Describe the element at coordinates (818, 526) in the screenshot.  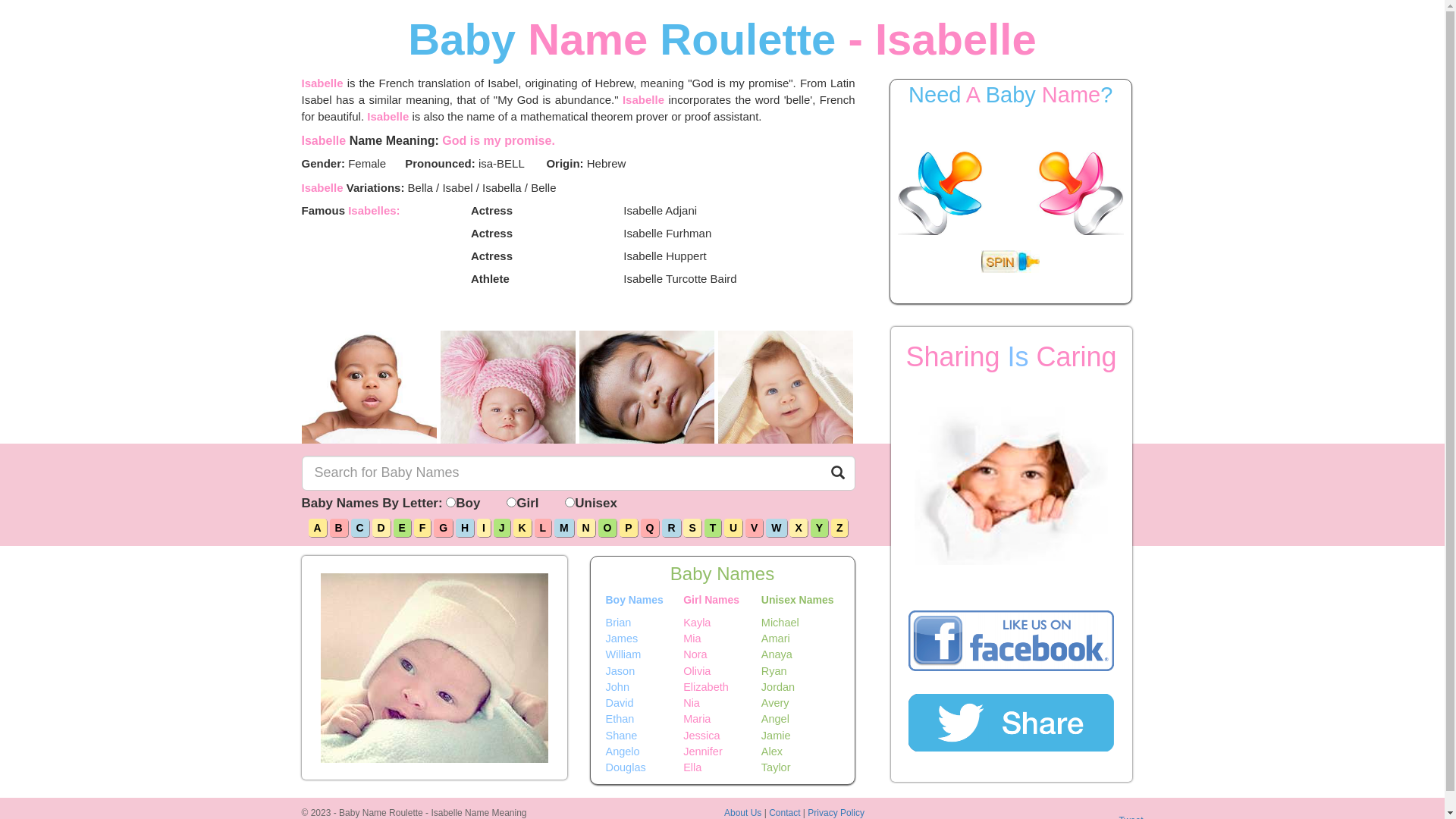
I see `'Y'` at that location.